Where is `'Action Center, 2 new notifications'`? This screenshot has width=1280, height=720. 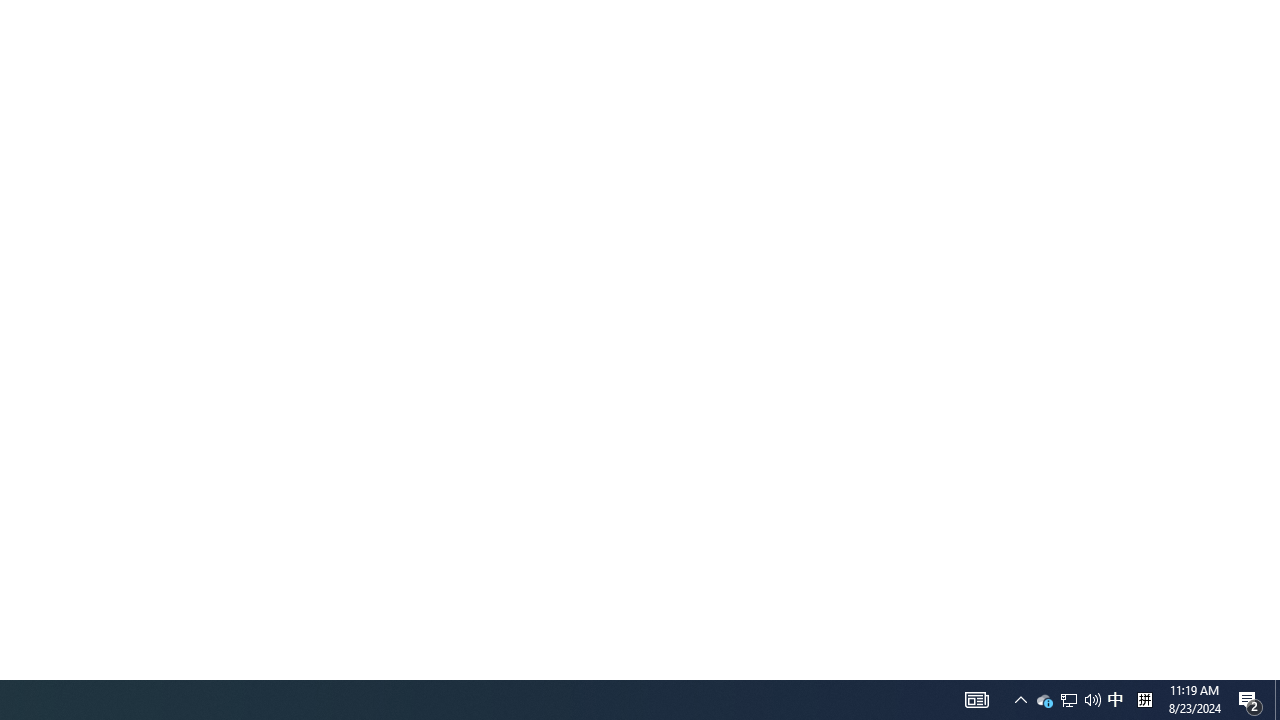 'Action Center, 2 new notifications' is located at coordinates (1250, 698).